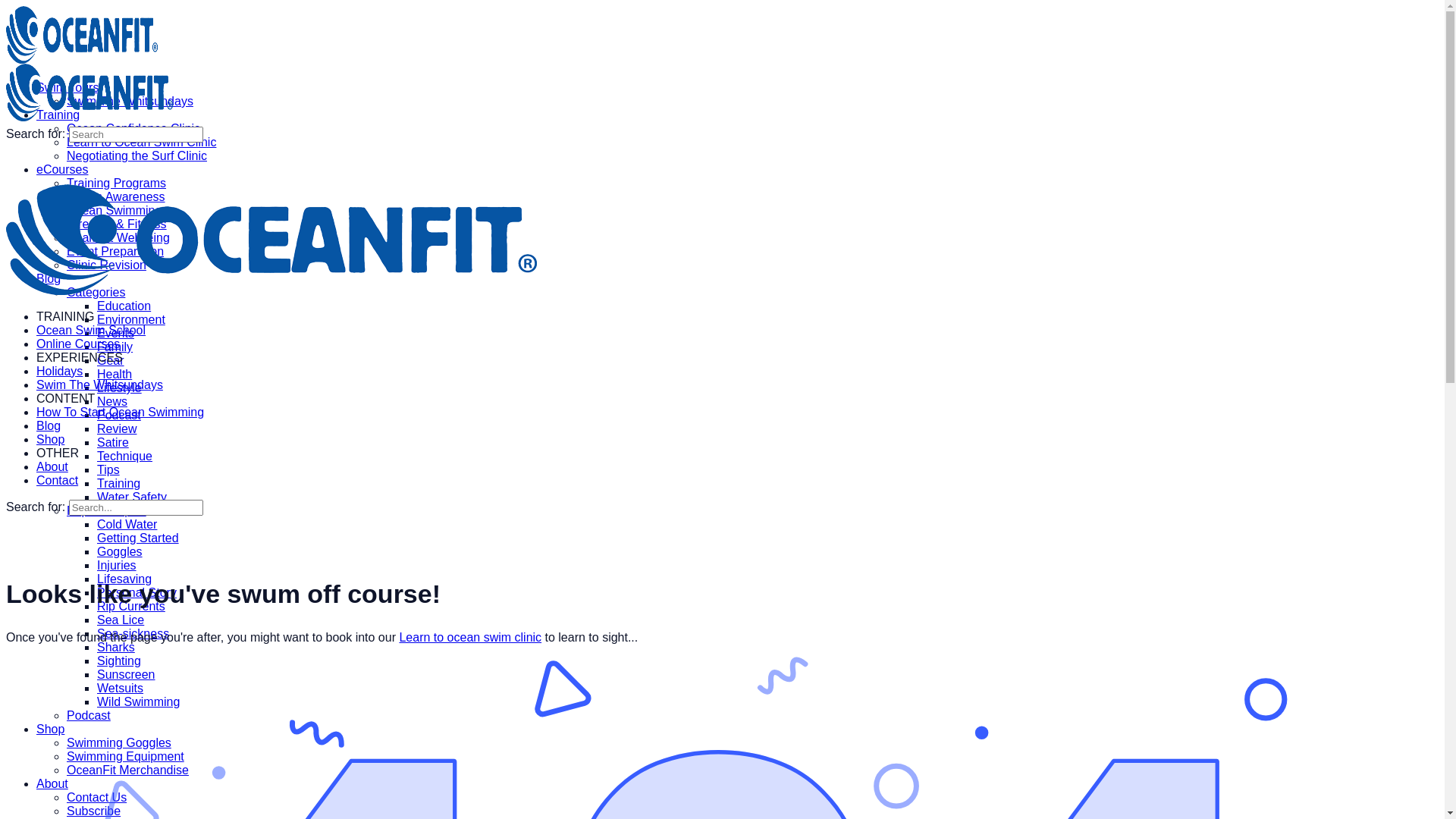 This screenshot has width=1456, height=819. What do you see at coordinates (118, 742) in the screenshot?
I see `'Swimming Goggles'` at bounding box center [118, 742].